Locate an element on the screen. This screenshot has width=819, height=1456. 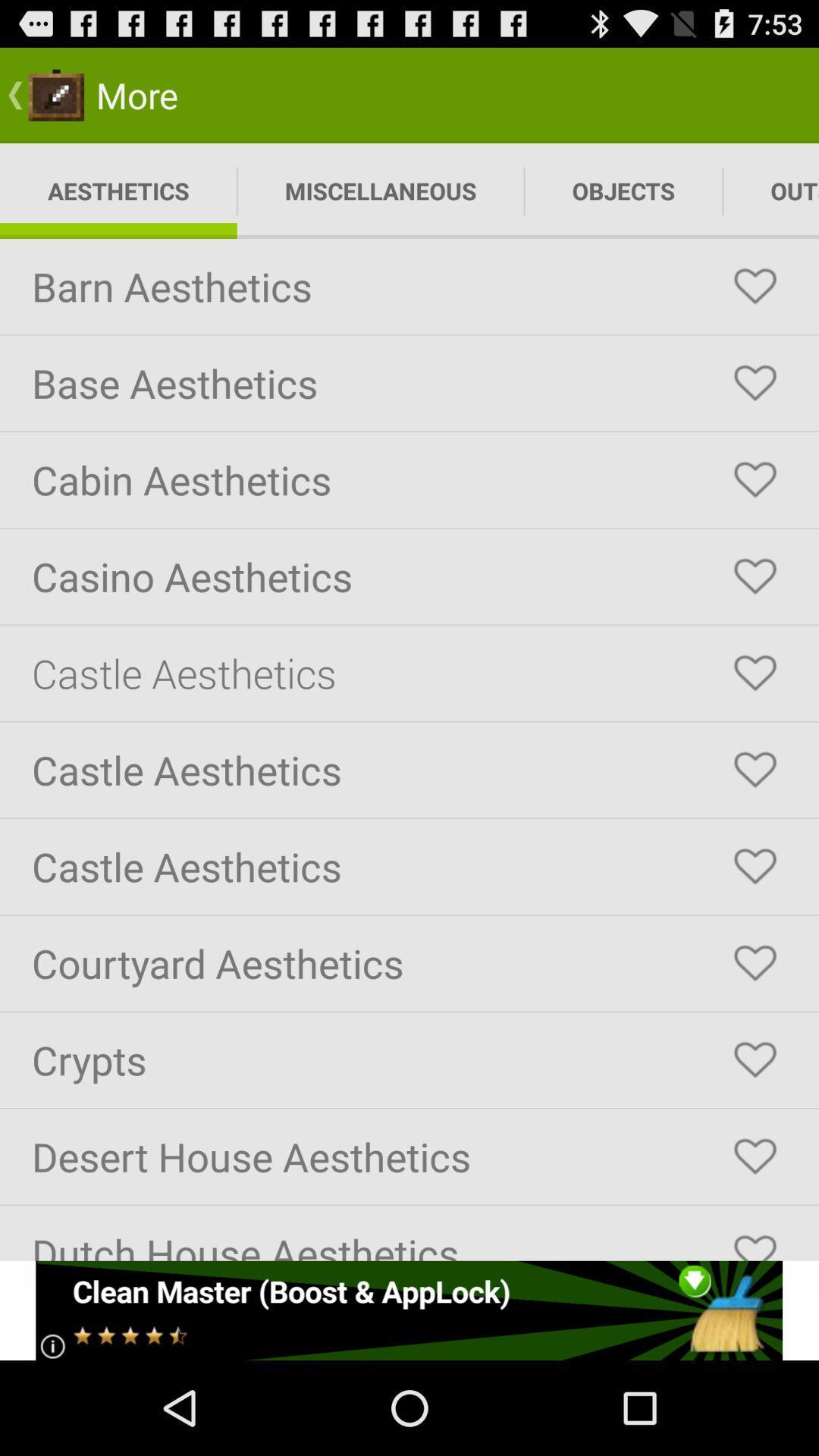
cabin aesthetics is located at coordinates (755, 479).